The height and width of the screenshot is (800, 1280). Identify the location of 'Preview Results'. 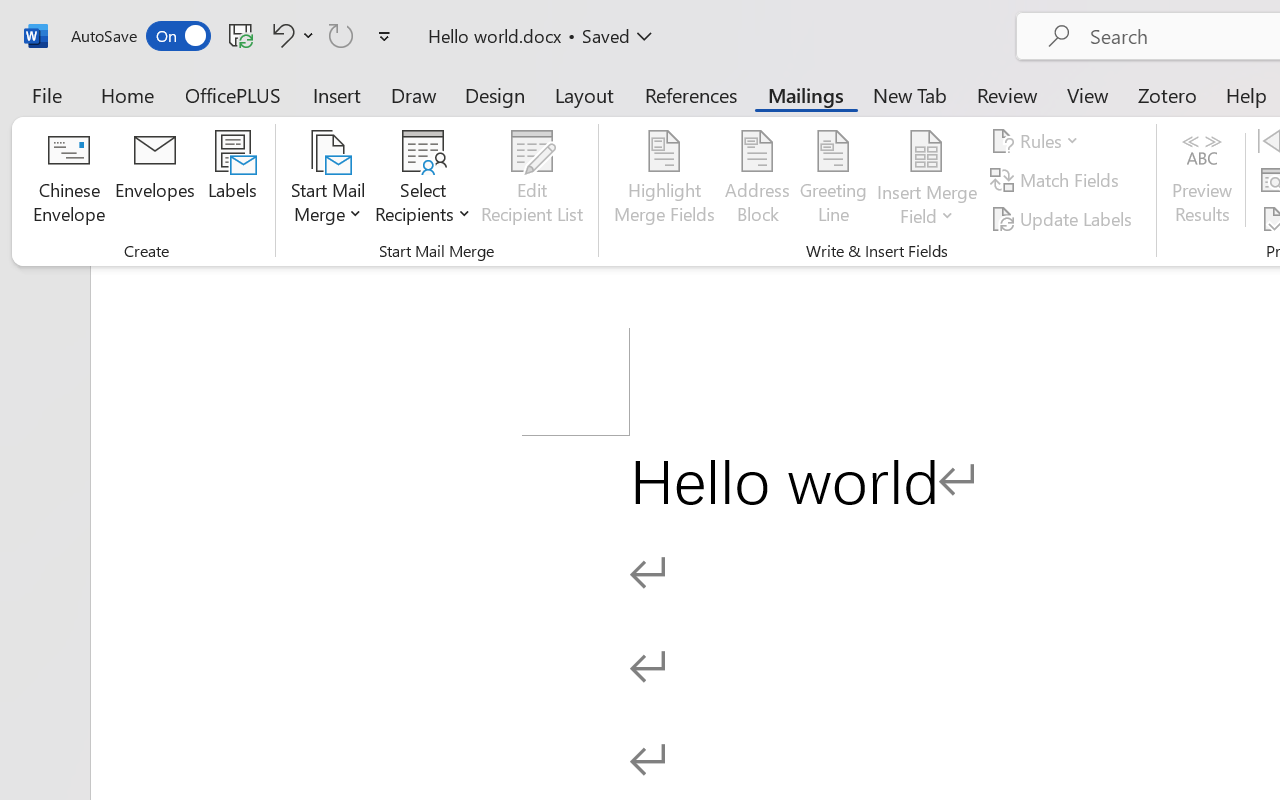
(1201, 179).